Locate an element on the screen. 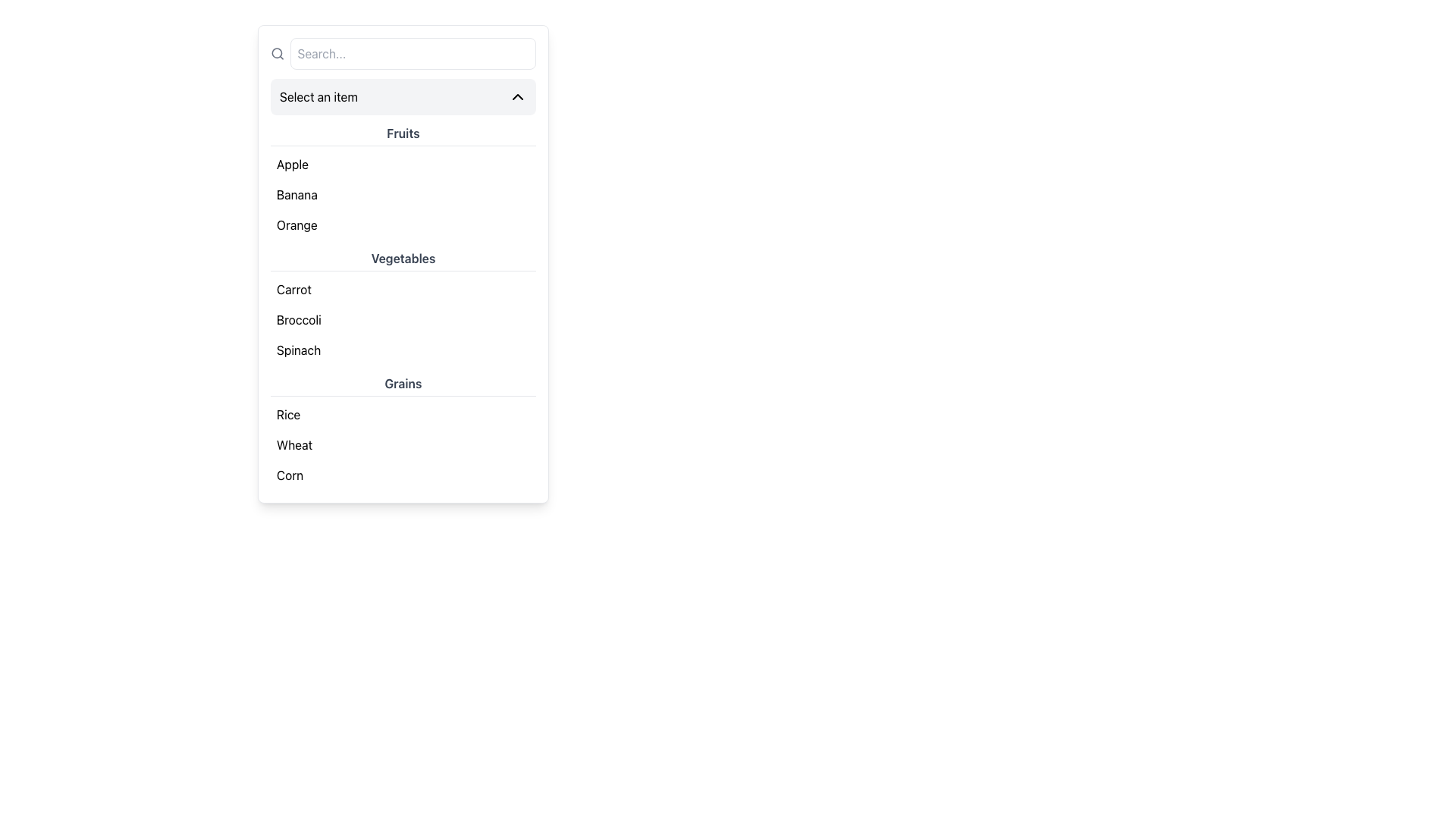 This screenshot has width=1456, height=819. the text element 'Apple' located under the 'Fruits' section in the dropdown menu is located at coordinates (292, 164).